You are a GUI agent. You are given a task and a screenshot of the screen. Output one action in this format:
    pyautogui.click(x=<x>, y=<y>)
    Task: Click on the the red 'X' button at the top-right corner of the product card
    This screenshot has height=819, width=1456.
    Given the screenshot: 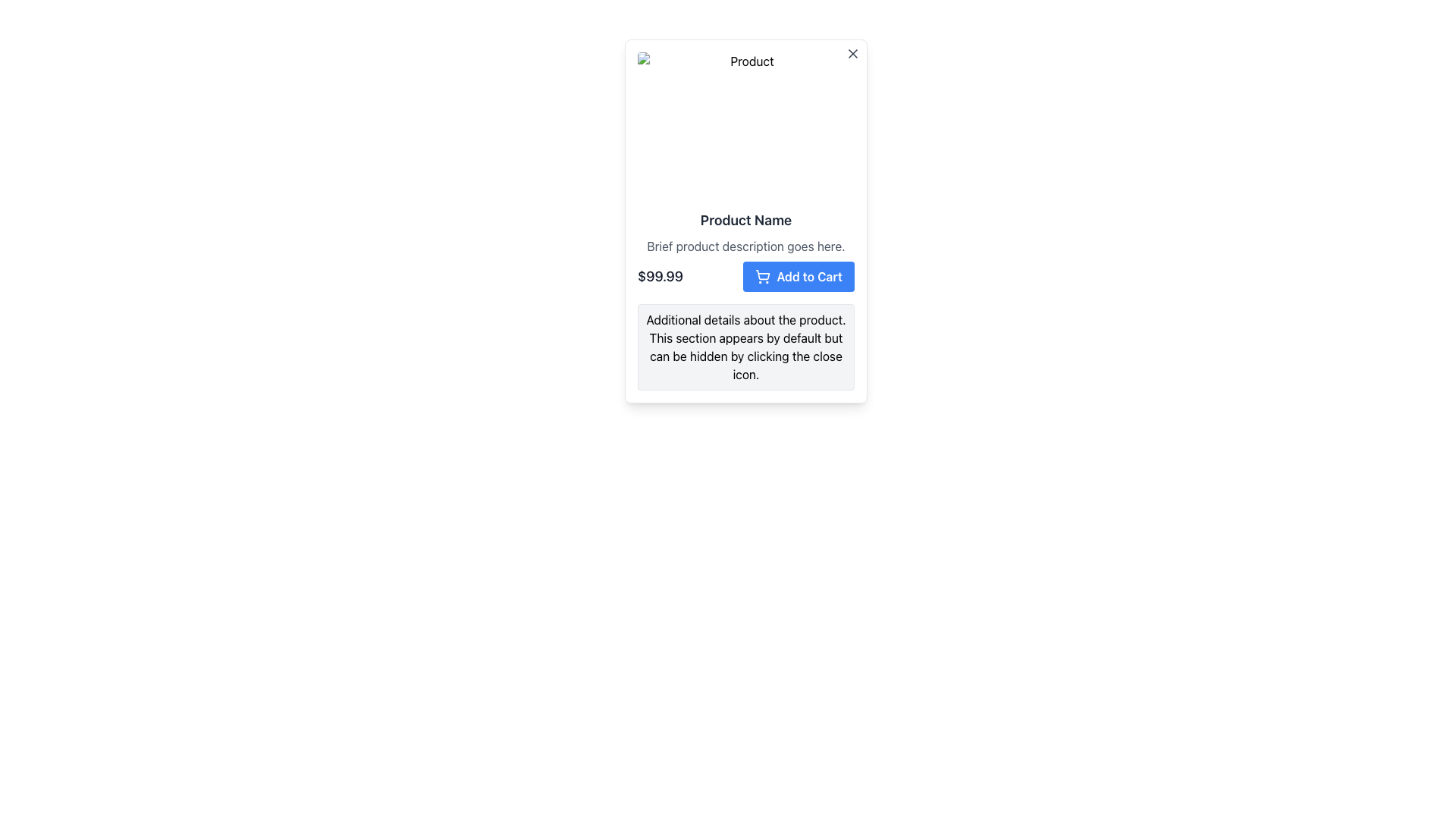 What is the action you would take?
    pyautogui.click(x=852, y=55)
    